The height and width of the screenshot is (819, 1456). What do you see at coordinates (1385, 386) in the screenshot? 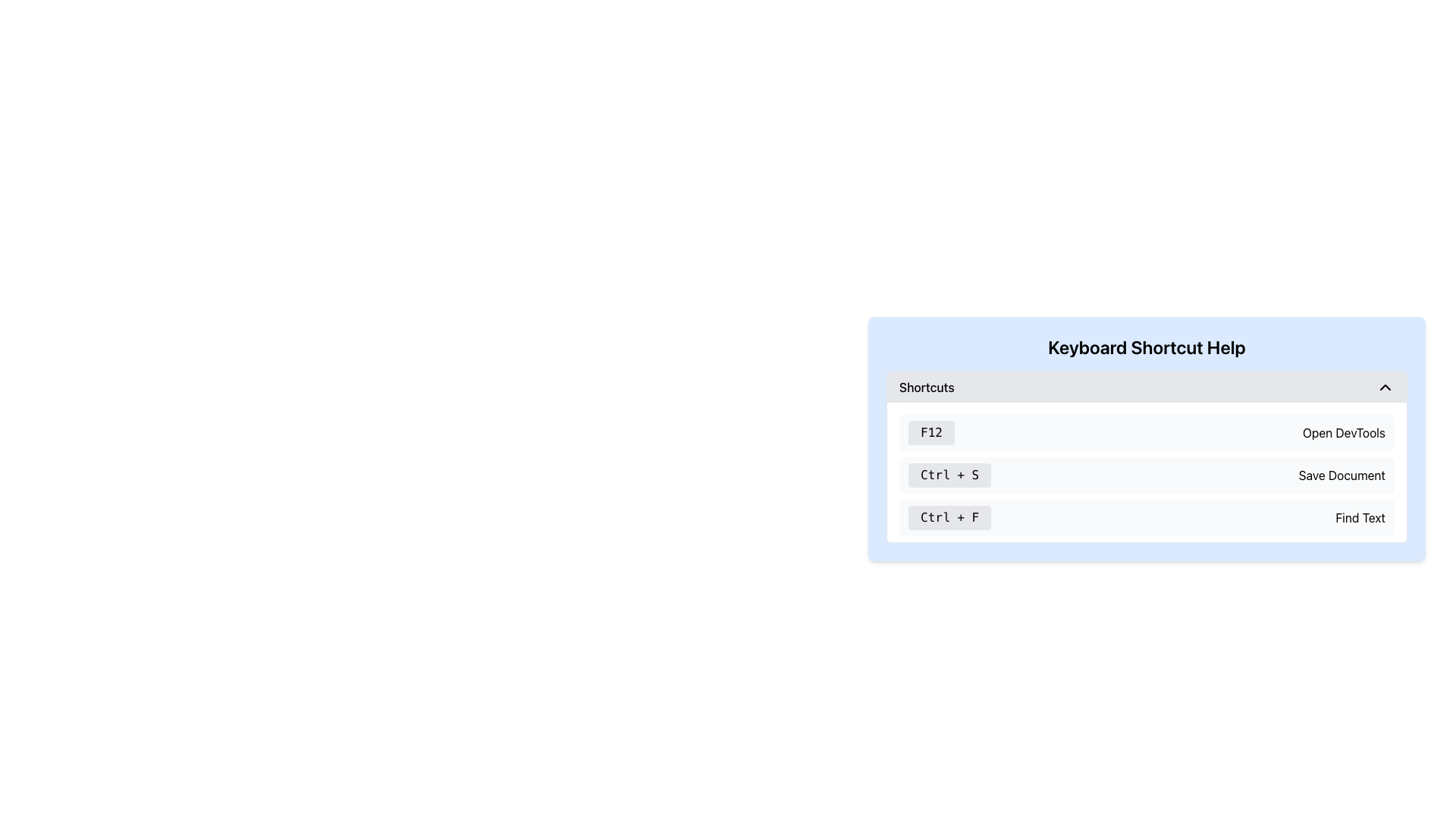
I see `the upward-pointing chevron arrow icon button located at the far right of the header section labeled 'Shortcuts'` at bounding box center [1385, 386].